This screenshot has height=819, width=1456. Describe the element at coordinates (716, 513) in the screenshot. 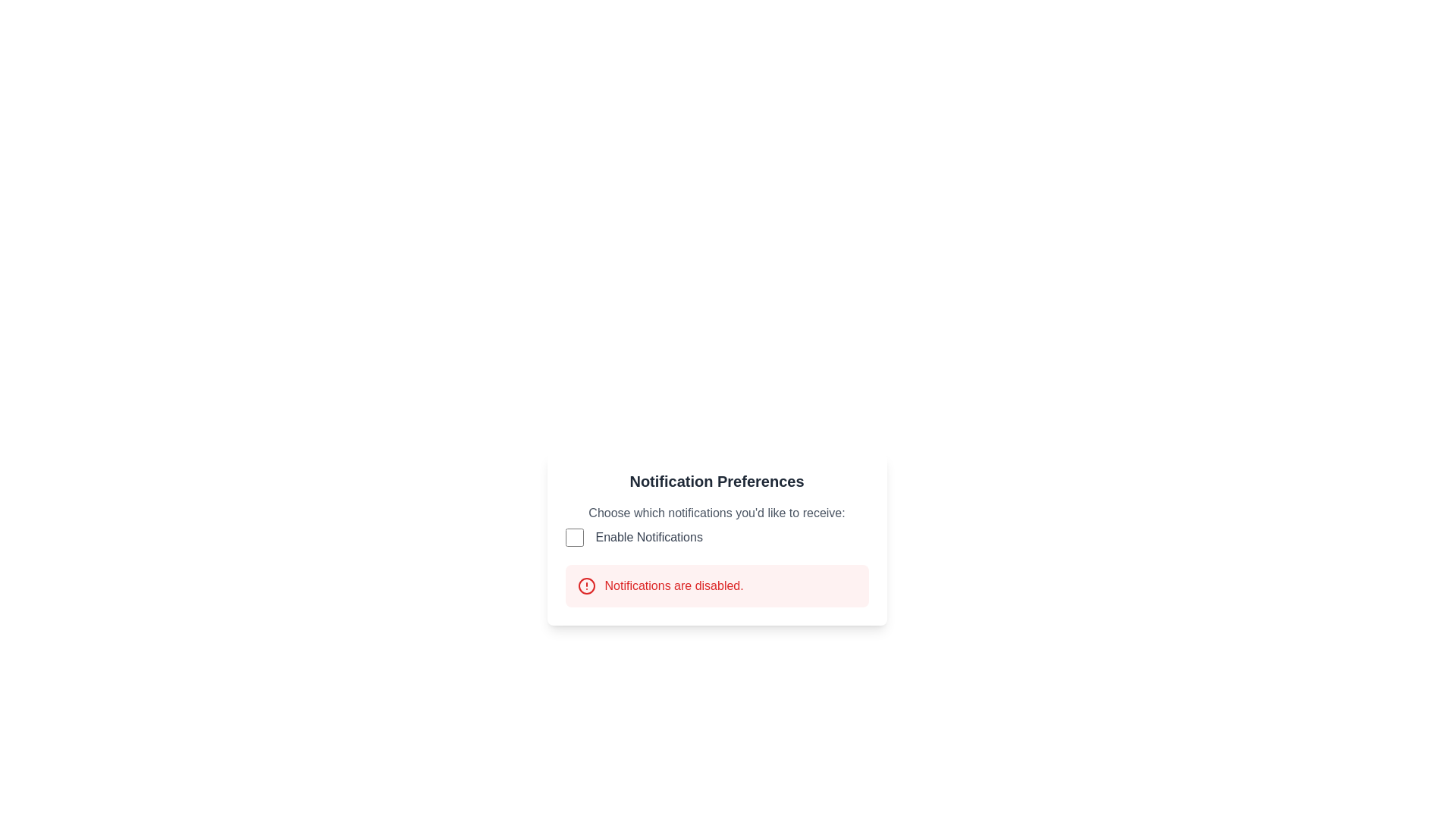

I see `the static text label that provides context for selecting notifications, positioned above the 'Enable Notifications' checkbox` at that location.